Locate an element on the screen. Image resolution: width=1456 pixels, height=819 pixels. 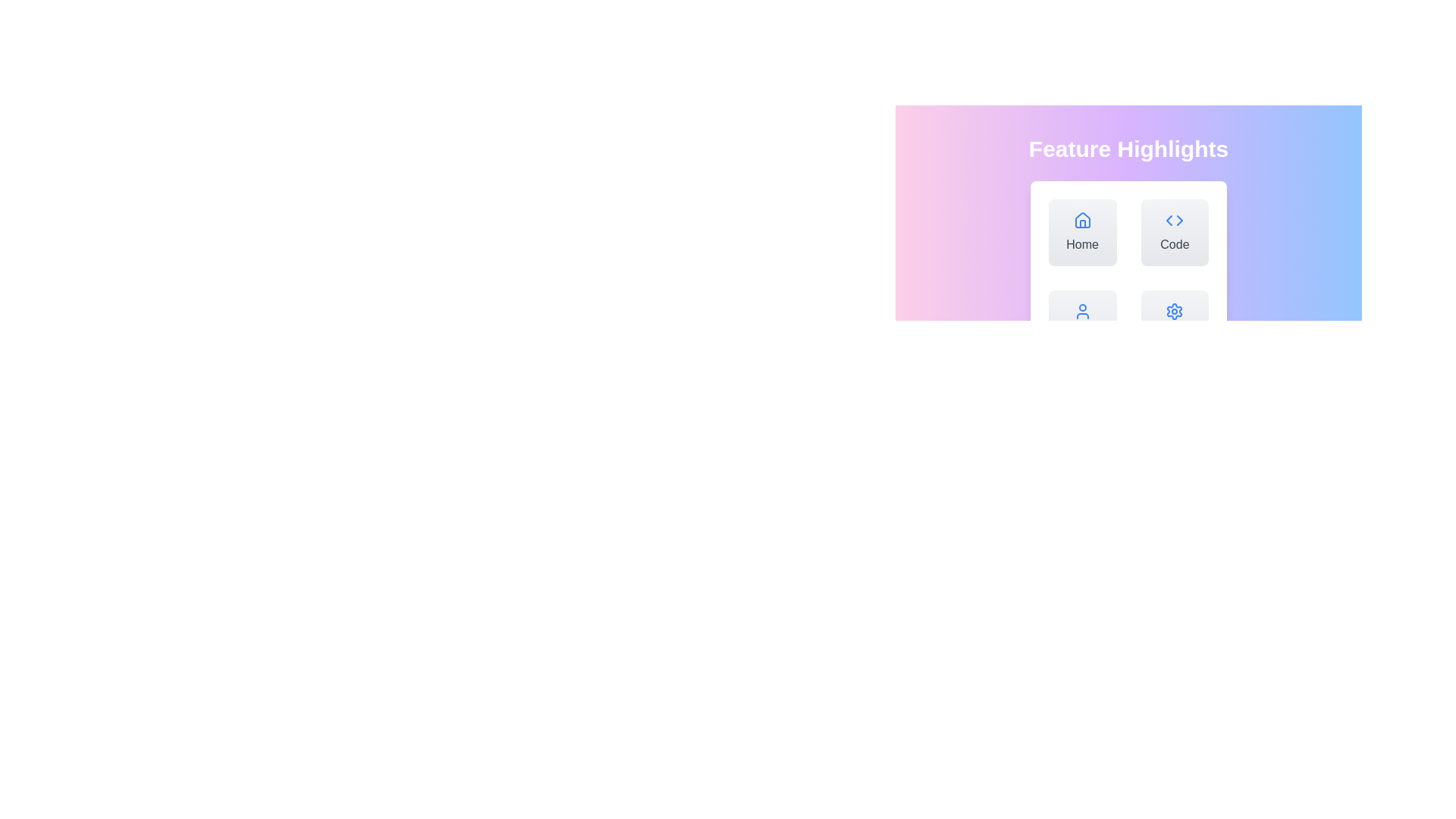
text from the Text Label located at the bottom of the second card in the second row of the grid under 'Feature Highlights', positioned below a blue icon that represents code is located at coordinates (1174, 244).